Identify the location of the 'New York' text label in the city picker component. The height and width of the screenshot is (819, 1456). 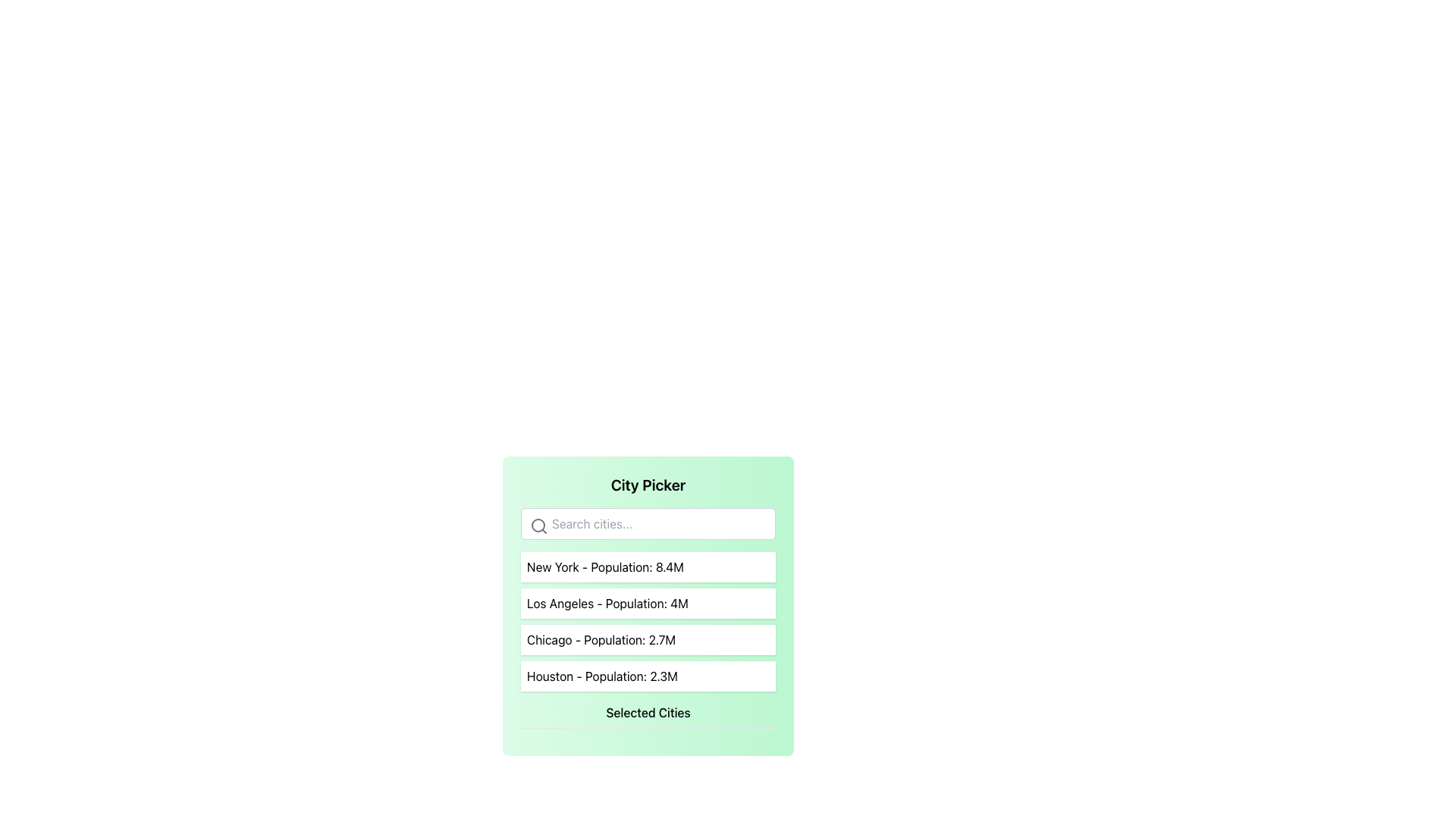
(604, 567).